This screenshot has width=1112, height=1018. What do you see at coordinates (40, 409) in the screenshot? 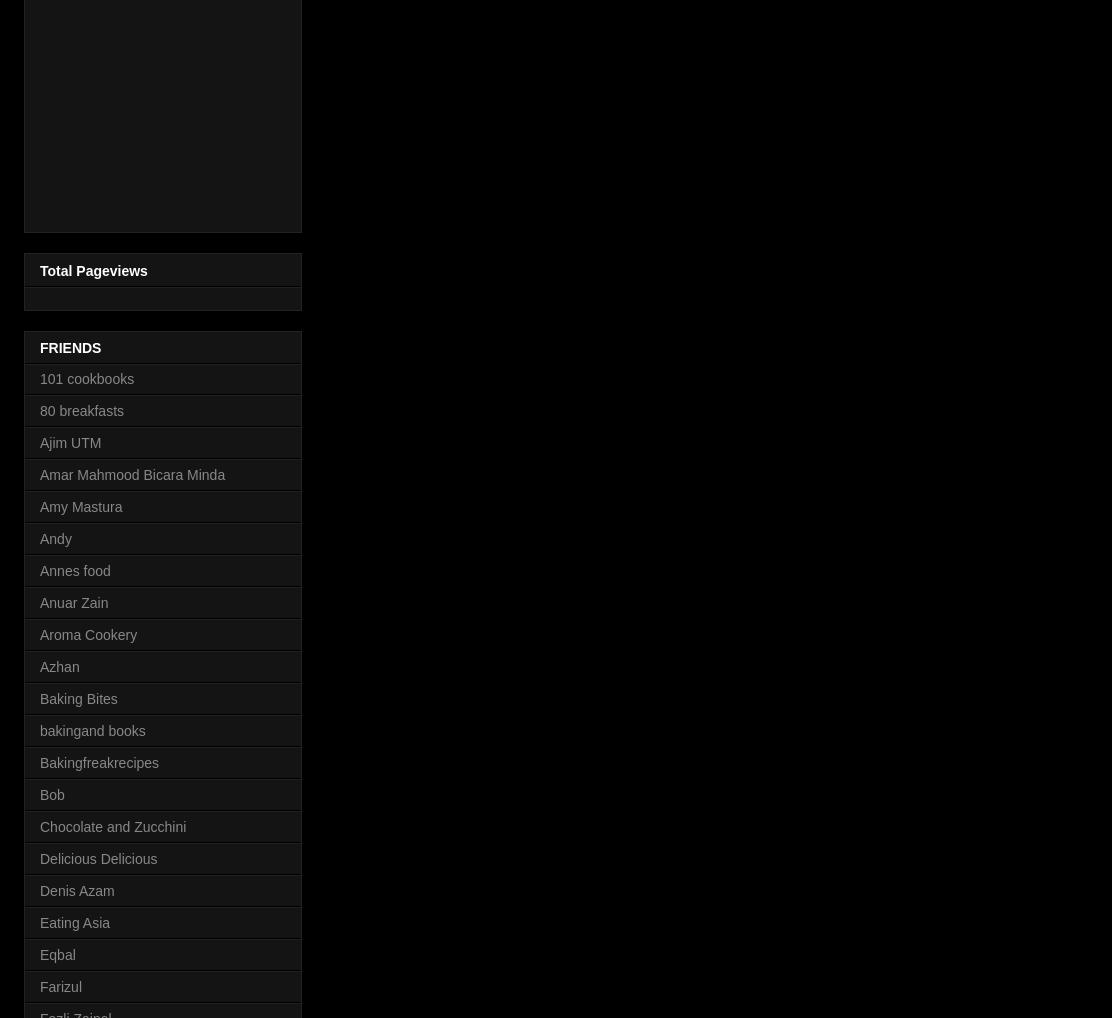
I see `'80 breakfasts'` at bounding box center [40, 409].